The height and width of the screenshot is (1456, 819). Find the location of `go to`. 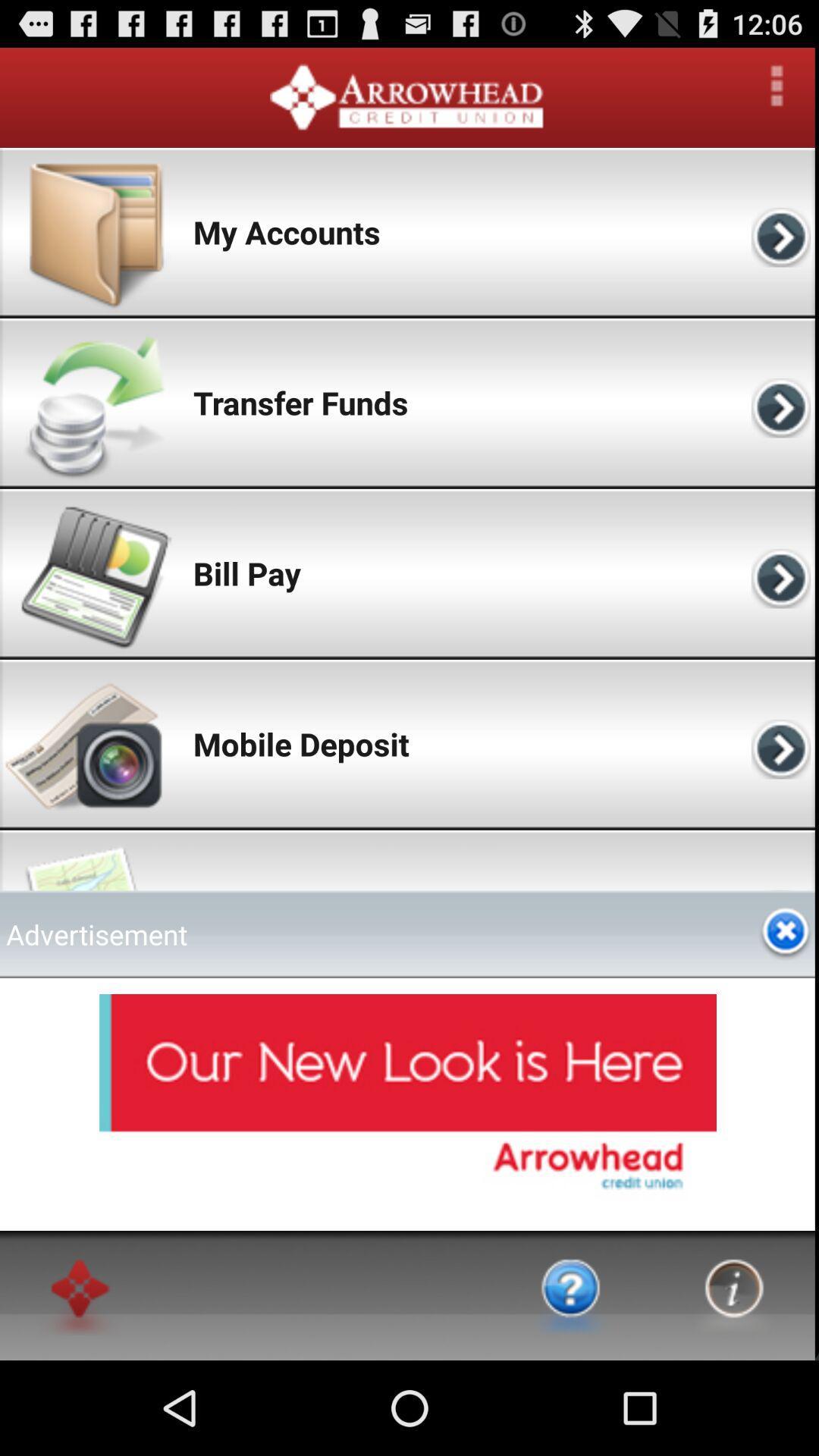

go to is located at coordinates (571, 1294).